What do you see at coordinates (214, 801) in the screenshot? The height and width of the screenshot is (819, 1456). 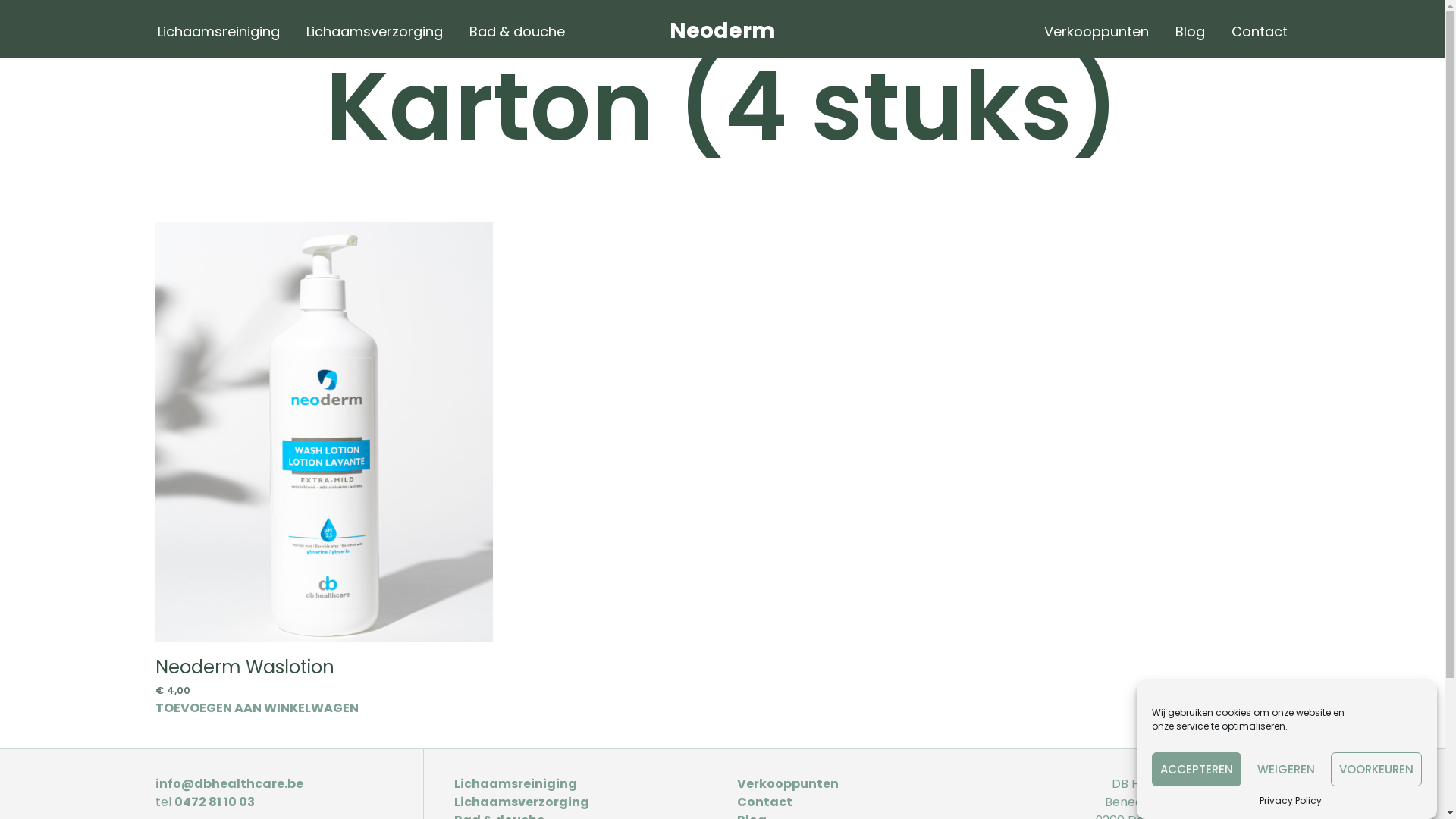 I see `'0472 81 10 03'` at bounding box center [214, 801].